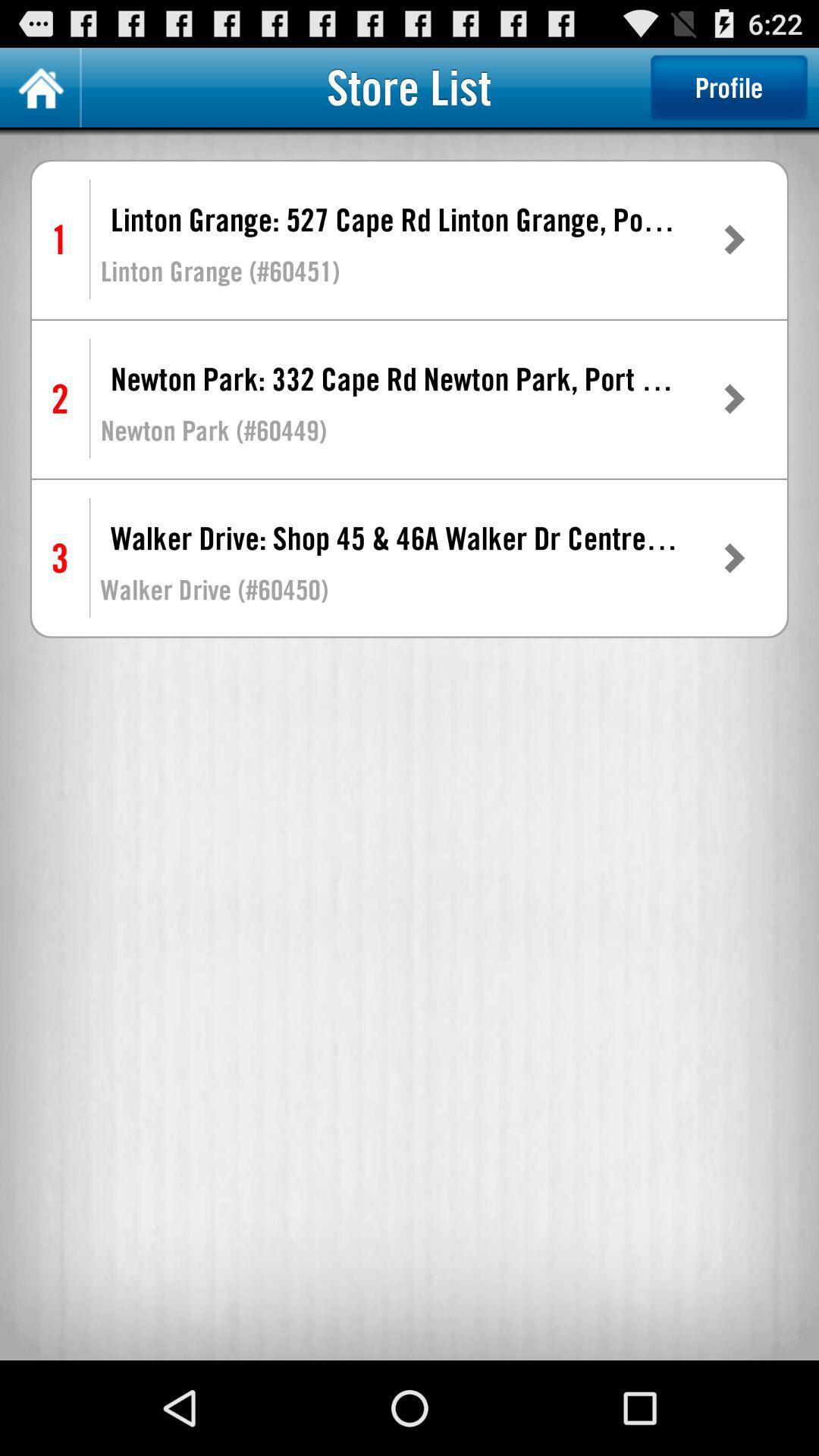 The image size is (819, 1456). What do you see at coordinates (733, 239) in the screenshot?
I see `the icon to the right of linton grange 527 icon` at bounding box center [733, 239].